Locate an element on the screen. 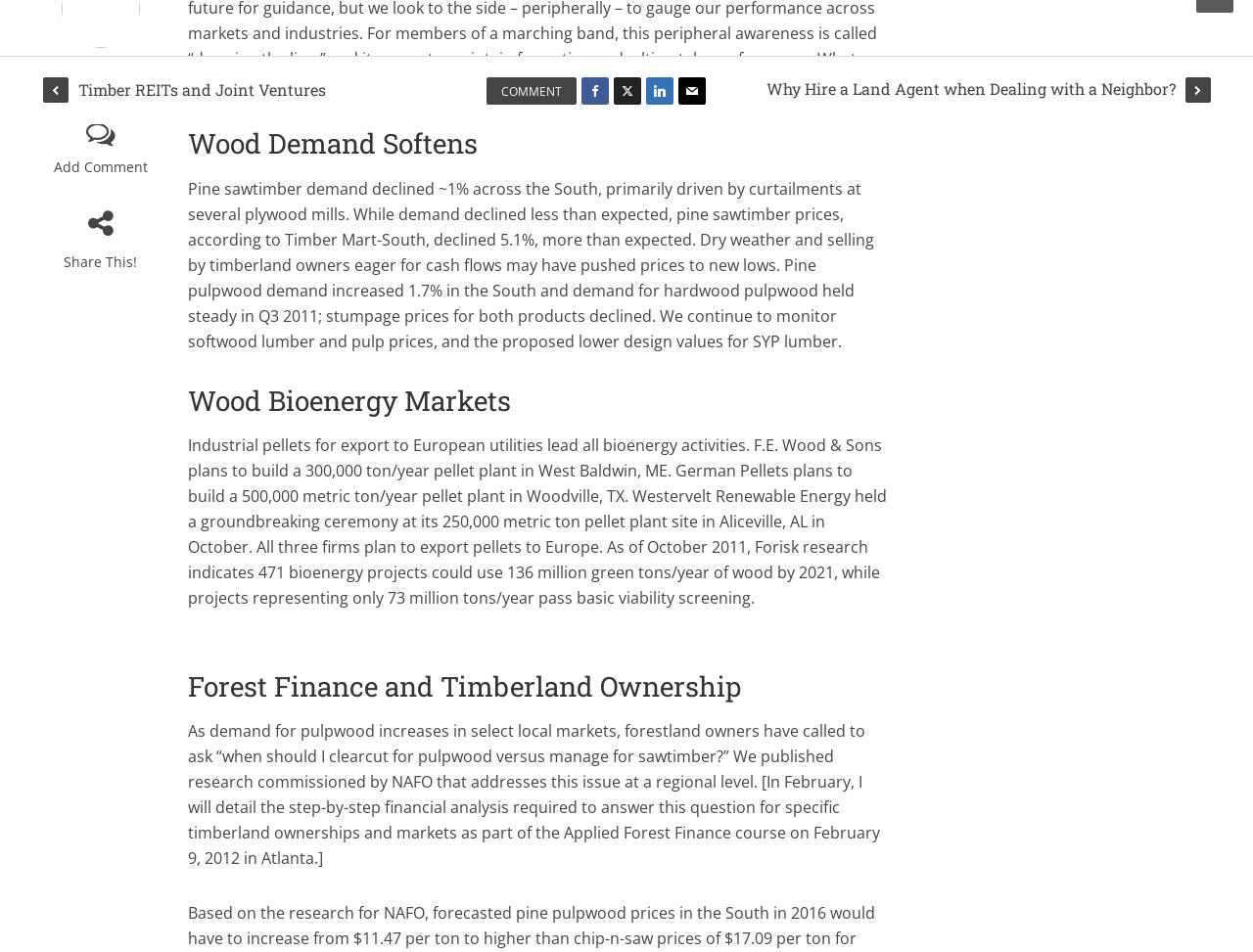 Image resolution: width=1253 pixels, height=952 pixels. 'Add Comment' is located at coordinates (99, 166).